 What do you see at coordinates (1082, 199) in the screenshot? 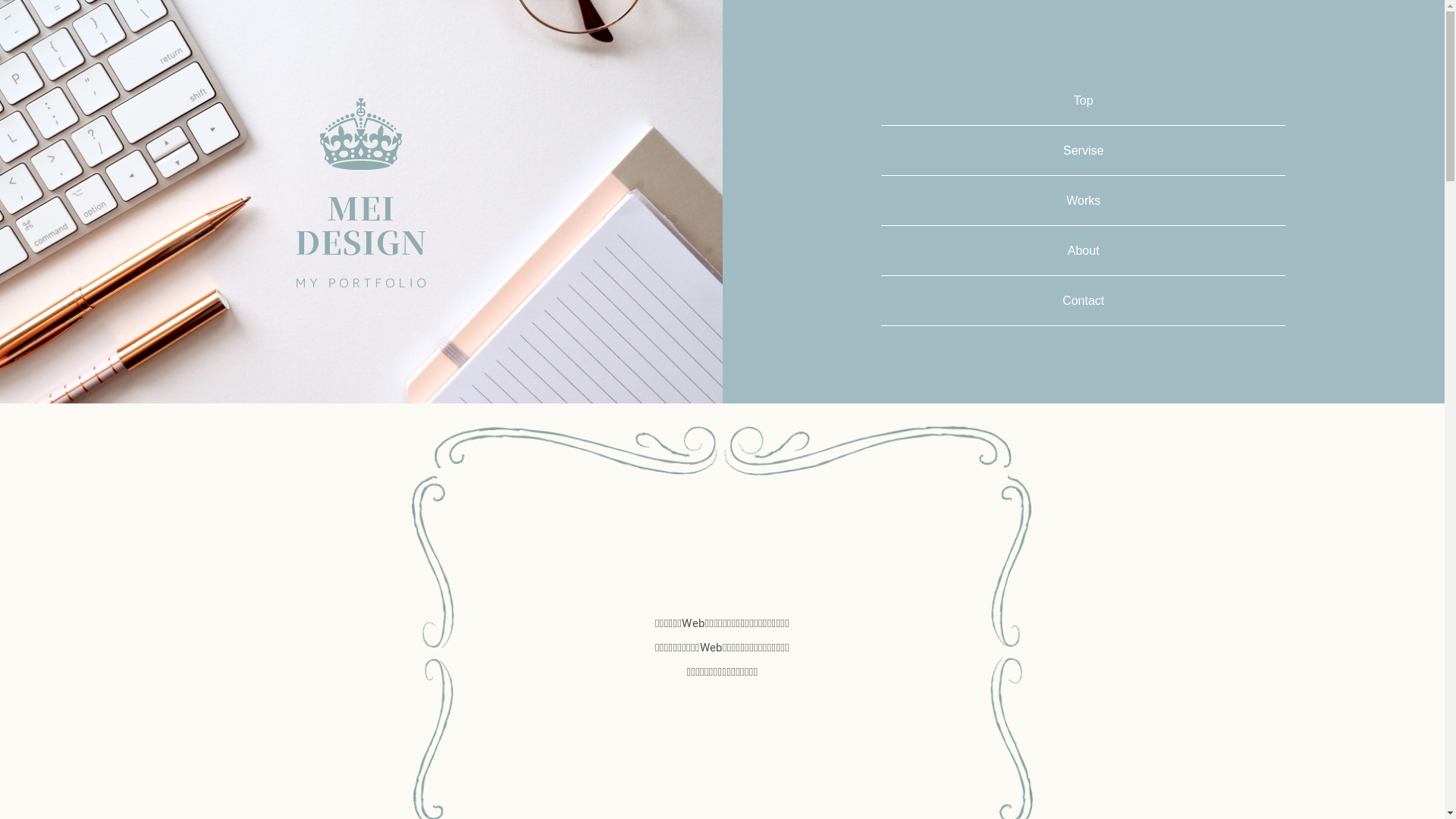
I see `'Works'` at bounding box center [1082, 199].